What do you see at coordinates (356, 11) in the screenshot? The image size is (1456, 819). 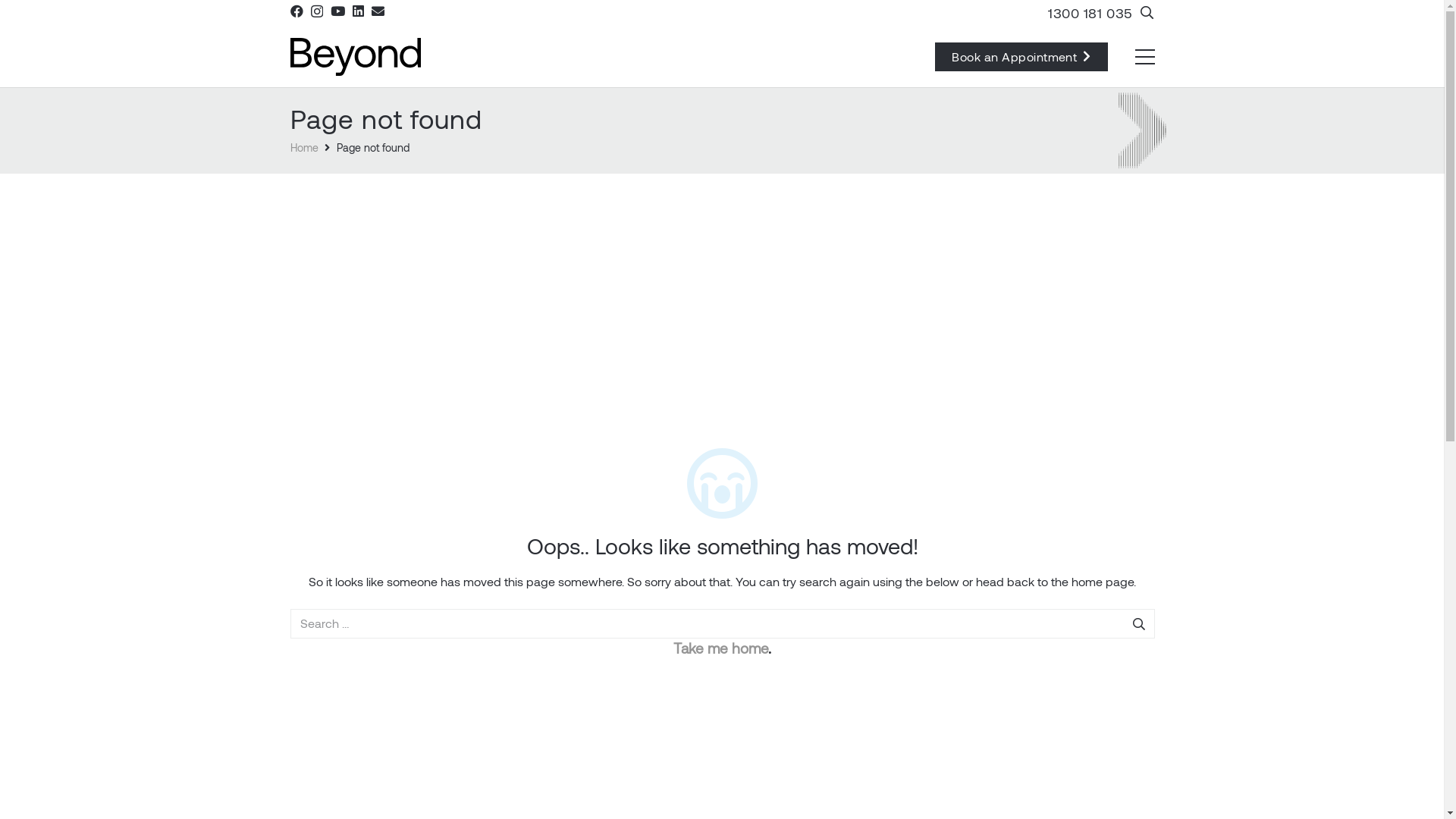 I see `'LinkedIn'` at bounding box center [356, 11].